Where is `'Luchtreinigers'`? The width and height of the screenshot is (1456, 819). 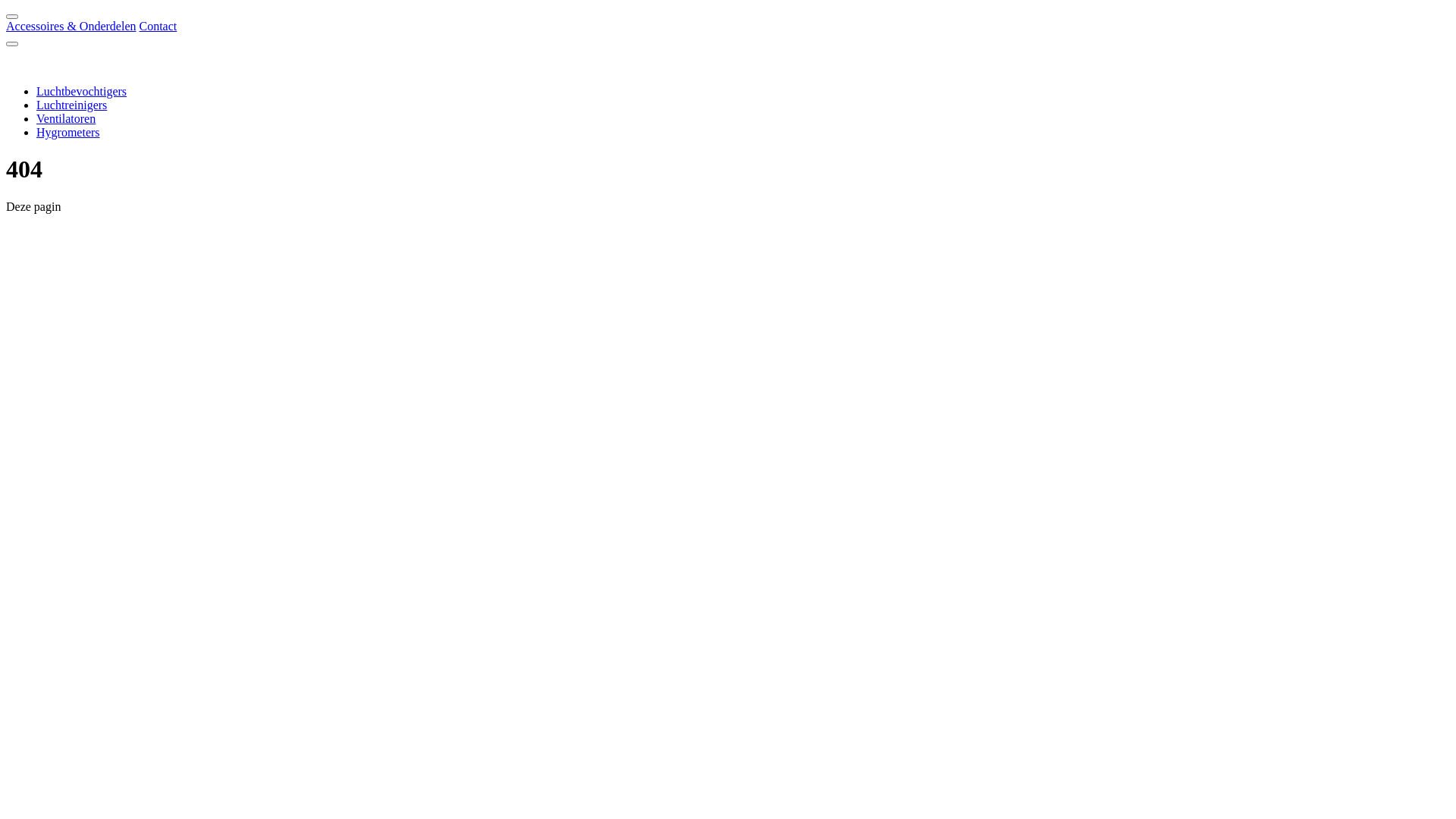 'Luchtreinigers' is located at coordinates (36, 104).